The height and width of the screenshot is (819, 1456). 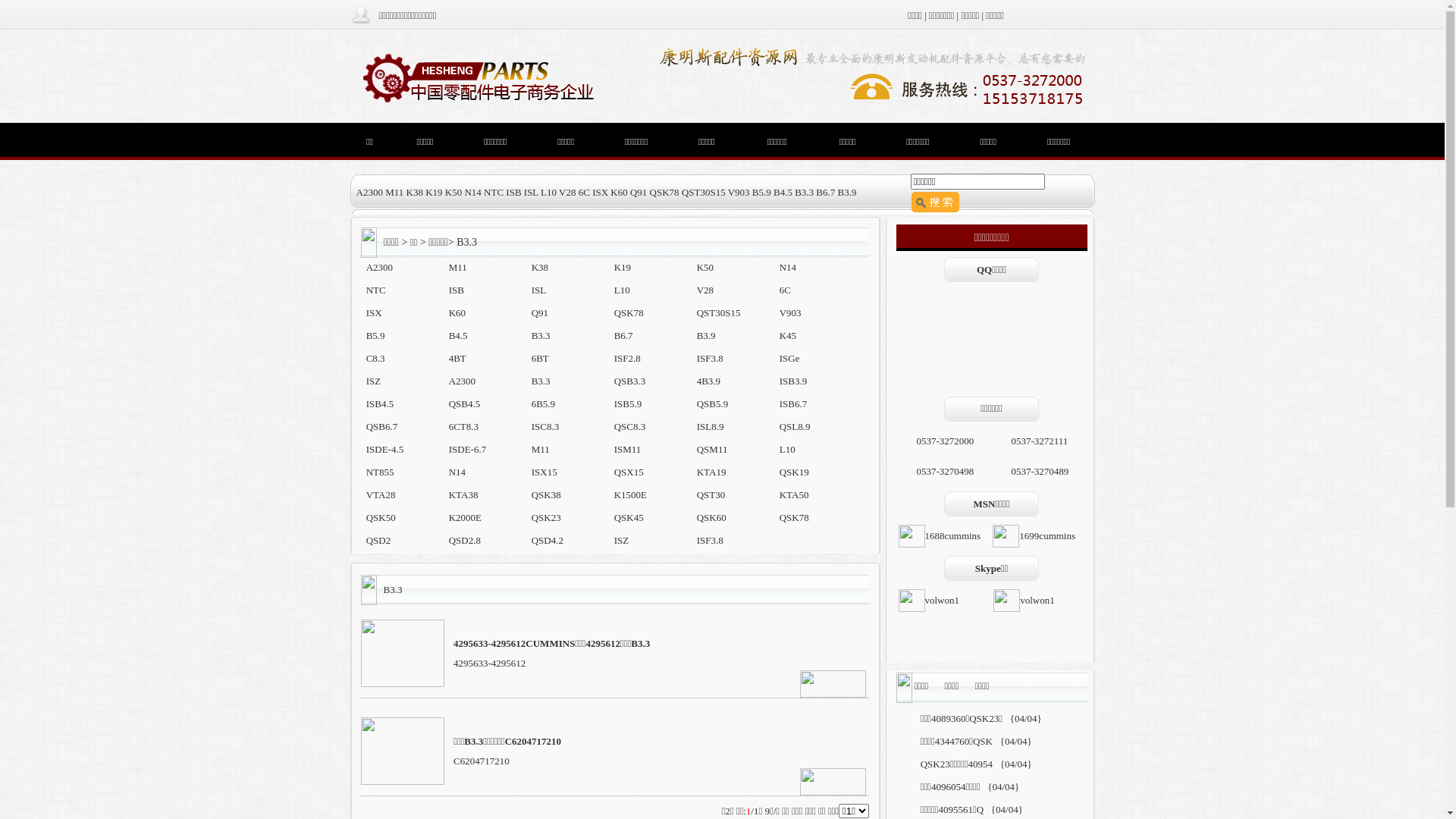 I want to click on 'QSK78', so click(x=793, y=516).